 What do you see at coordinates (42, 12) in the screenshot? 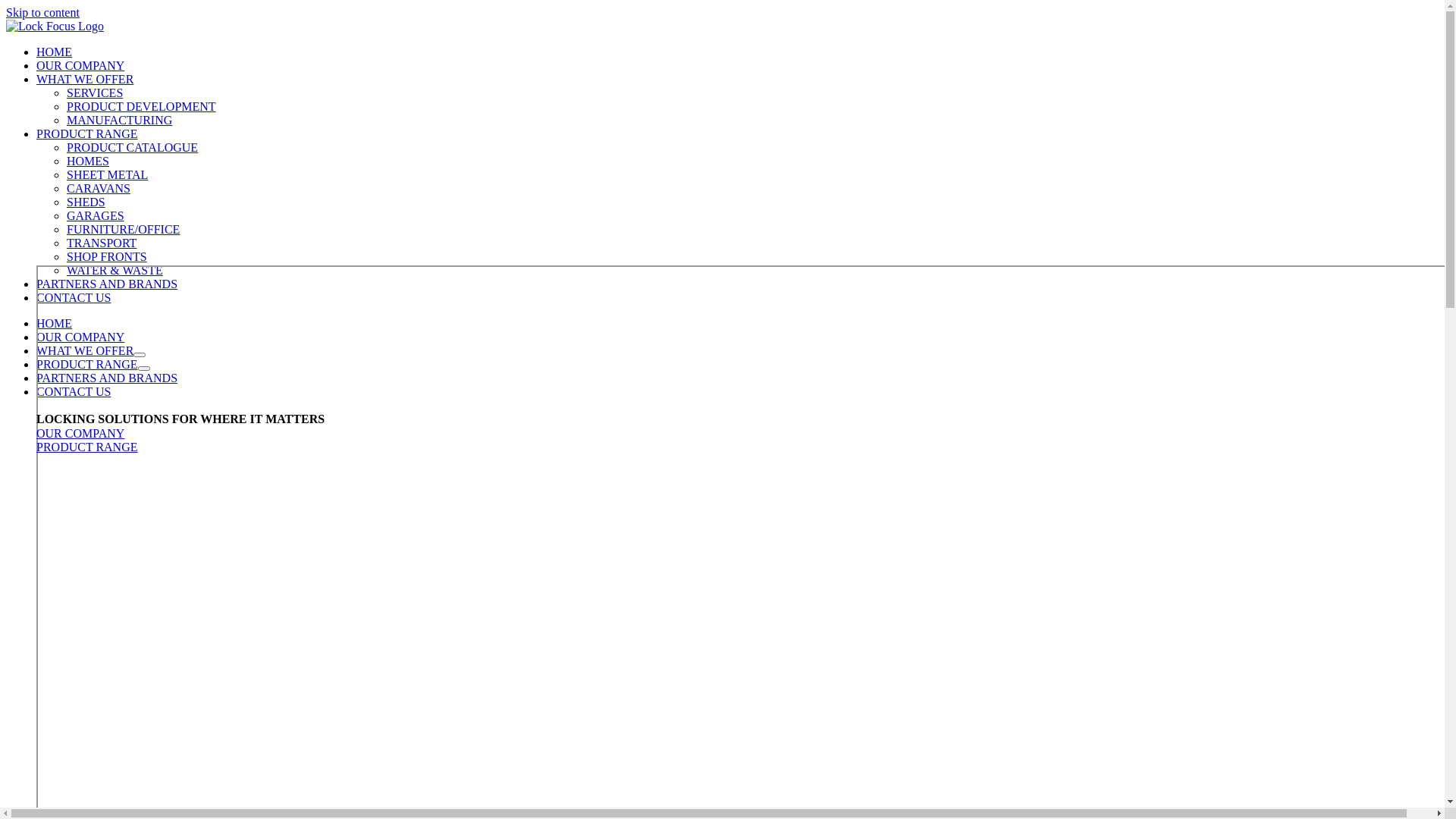
I see `'Skip to content'` at bounding box center [42, 12].